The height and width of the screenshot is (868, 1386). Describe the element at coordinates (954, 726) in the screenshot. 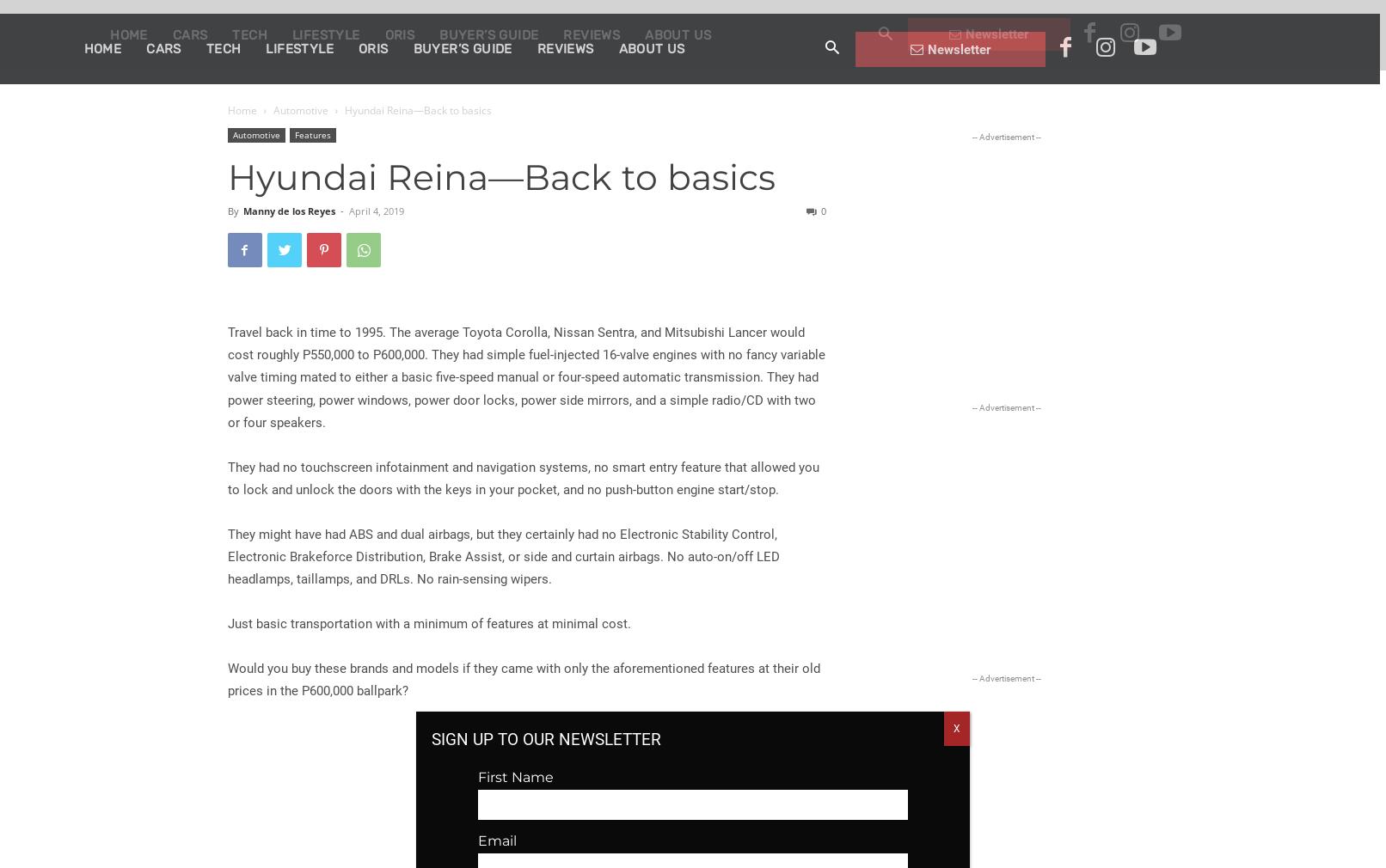

I see `'X'` at that location.